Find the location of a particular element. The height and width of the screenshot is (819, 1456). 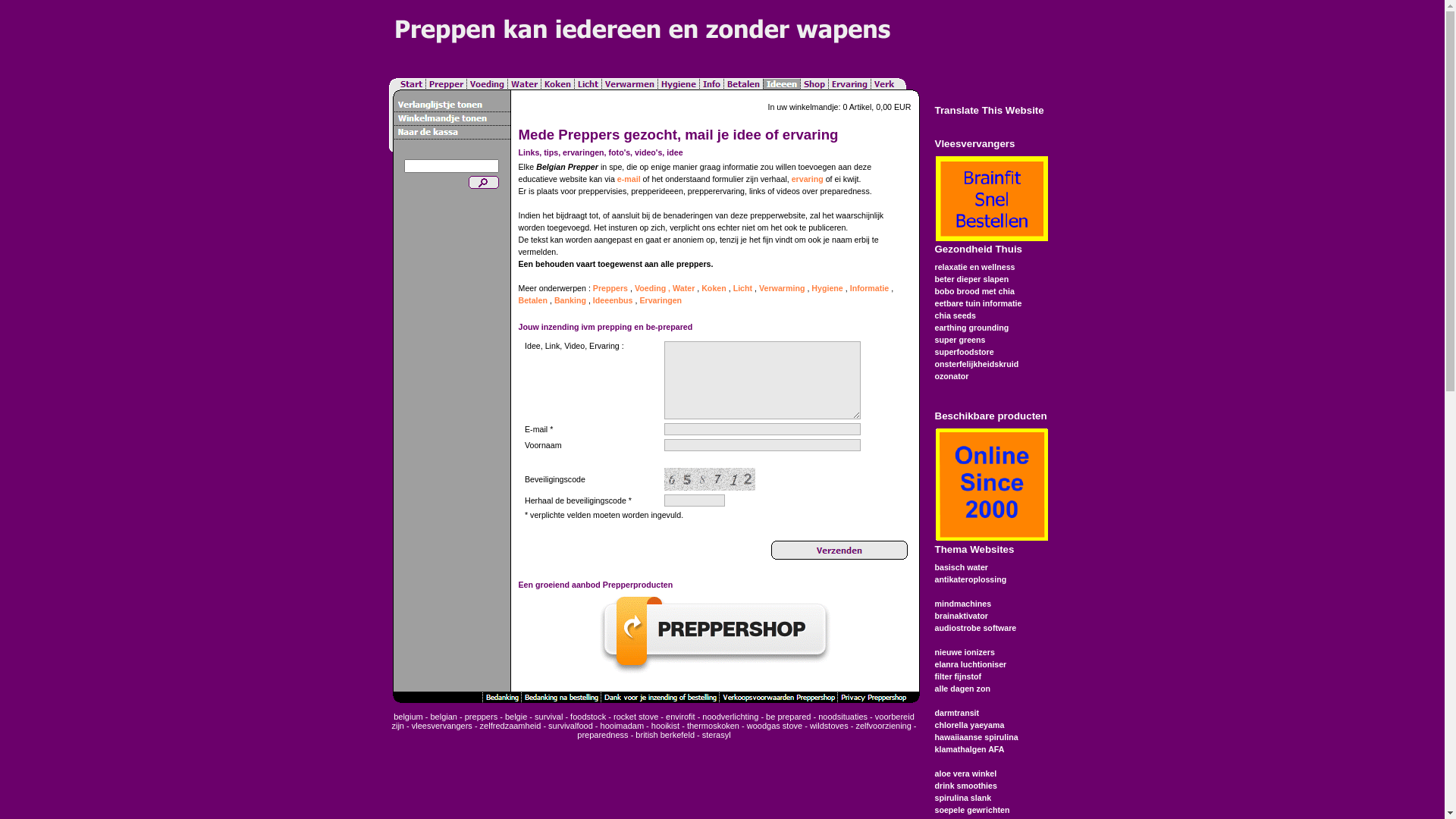

'basisch water' is located at coordinates (960, 567).